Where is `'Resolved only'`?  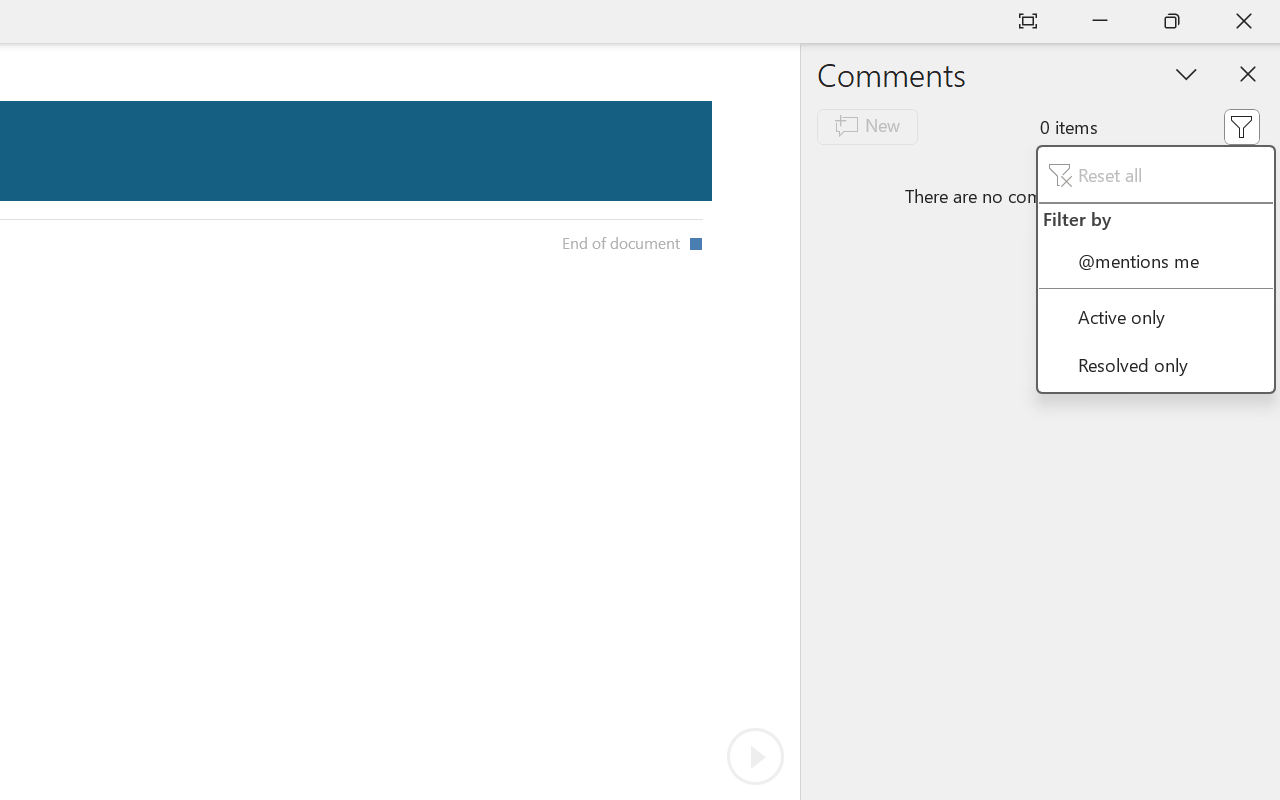
'Resolved only' is located at coordinates (1155, 364).